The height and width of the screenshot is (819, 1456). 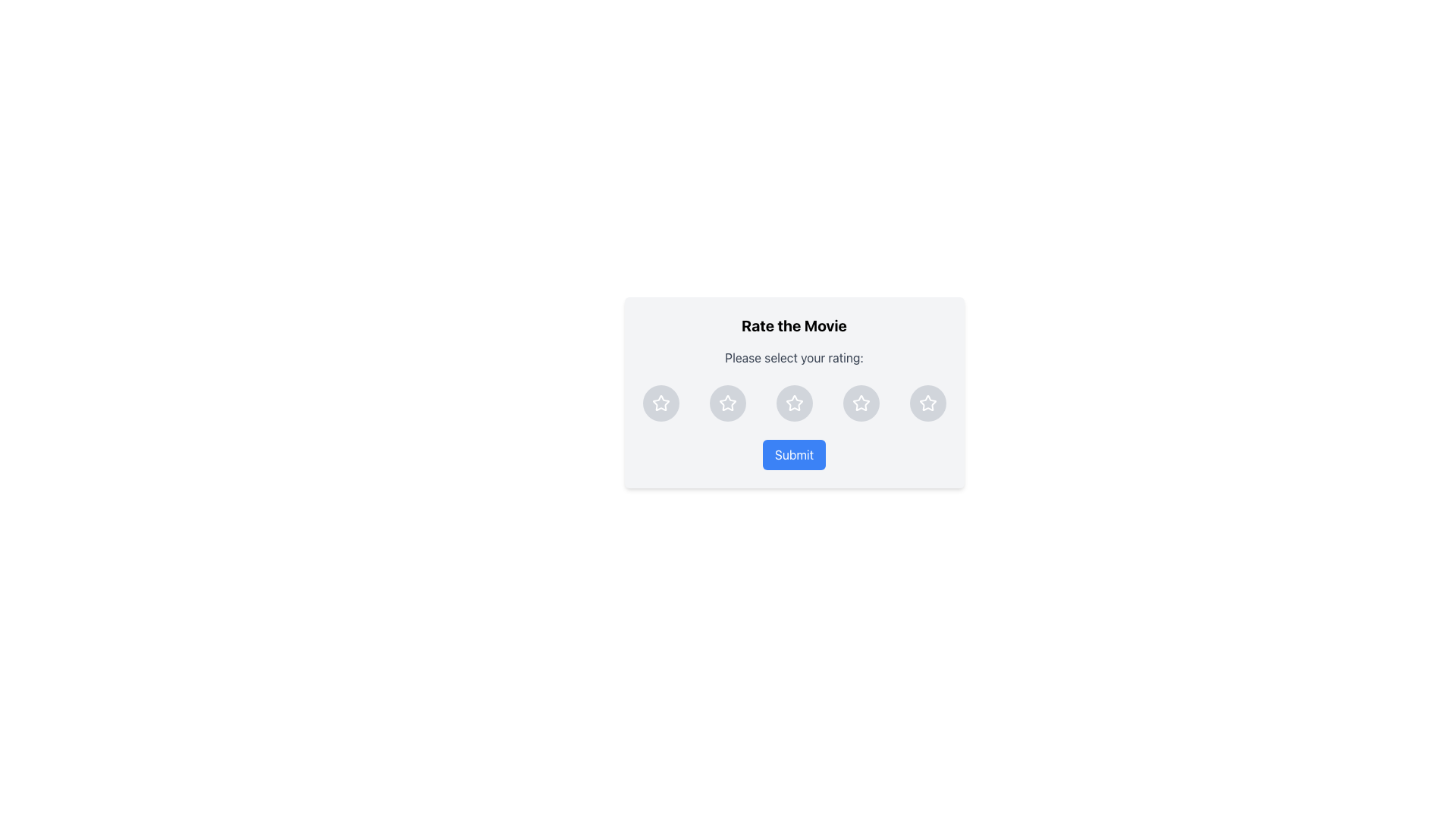 I want to click on the third star icon in the rating selection system, so click(x=726, y=402).